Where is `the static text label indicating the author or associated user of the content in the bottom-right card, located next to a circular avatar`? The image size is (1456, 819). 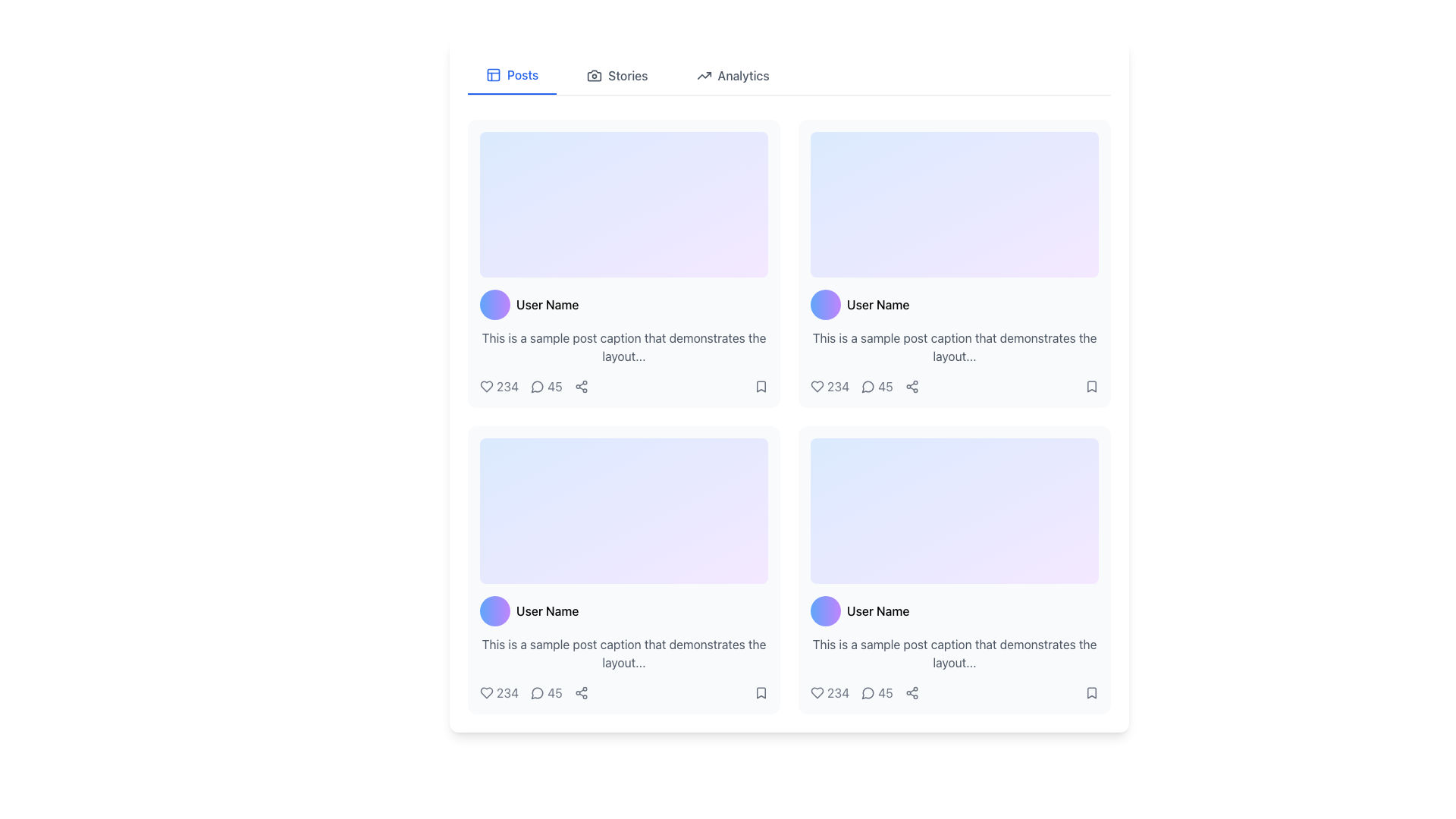
the static text label indicating the author or associated user of the content in the bottom-right card, located next to a circular avatar is located at coordinates (878, 610).